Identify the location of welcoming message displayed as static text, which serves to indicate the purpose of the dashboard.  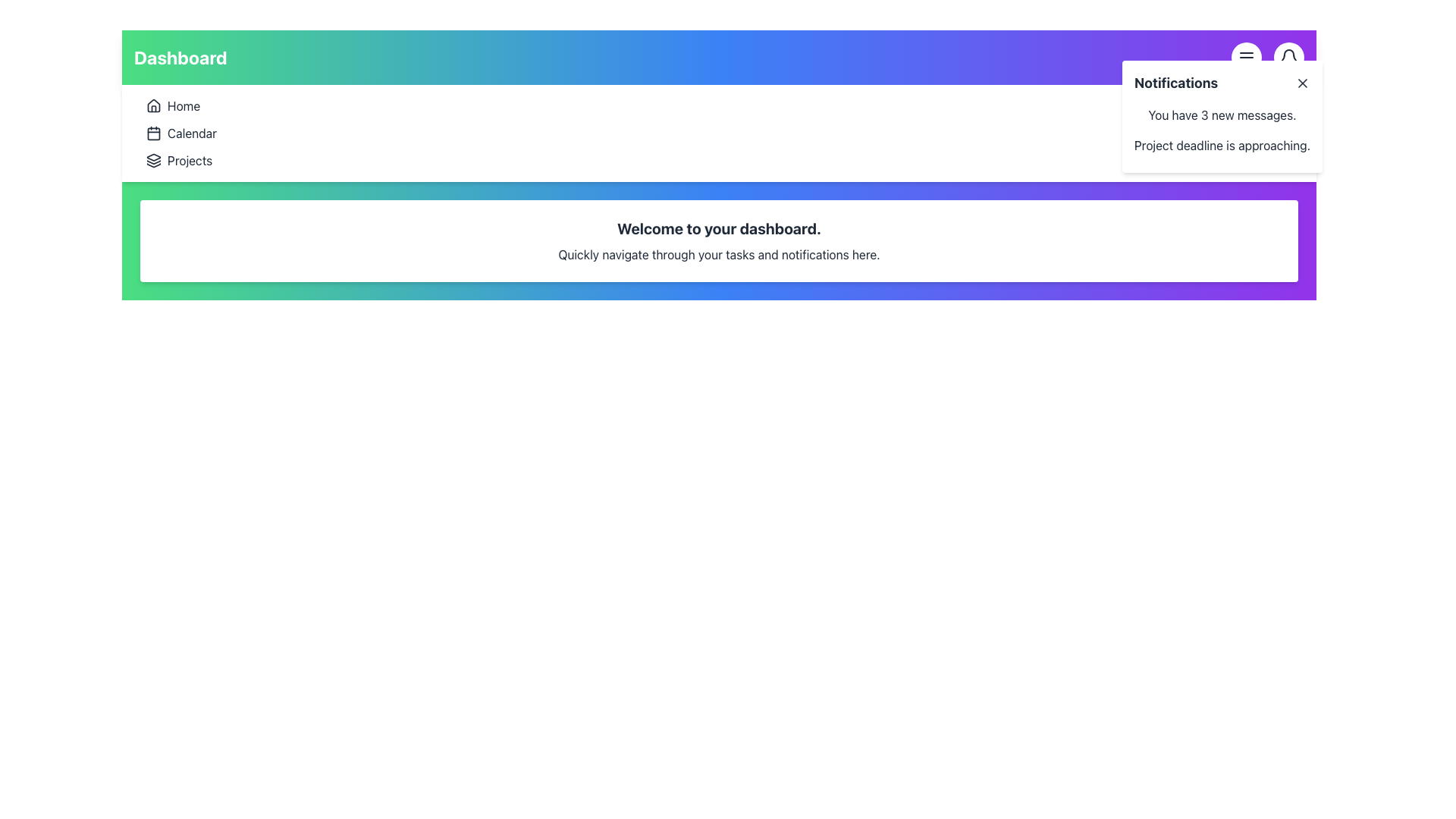
(718, 228).